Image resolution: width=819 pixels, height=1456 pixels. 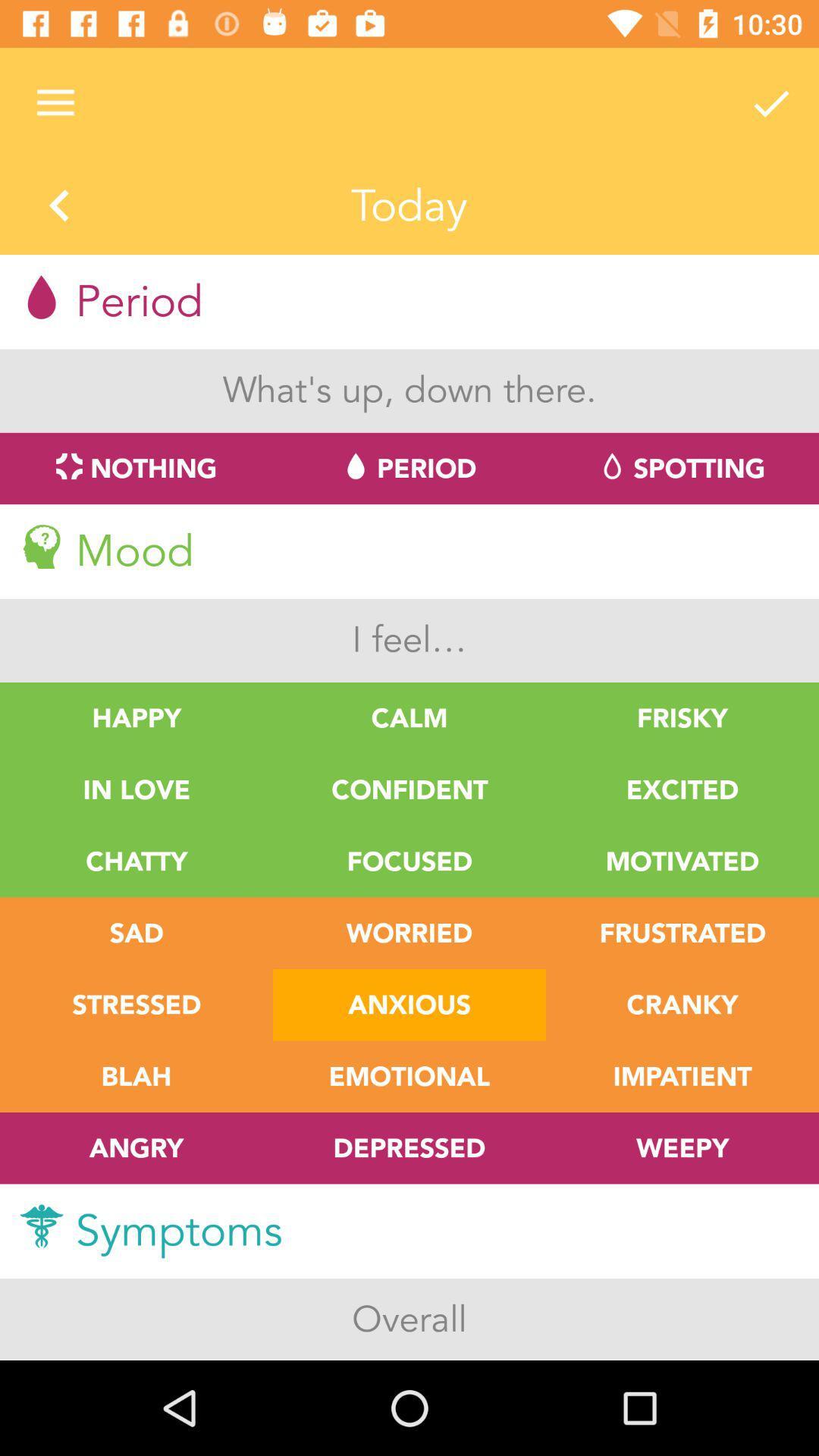 I want to click on the text right to blah, so click(x=409, y=1076).